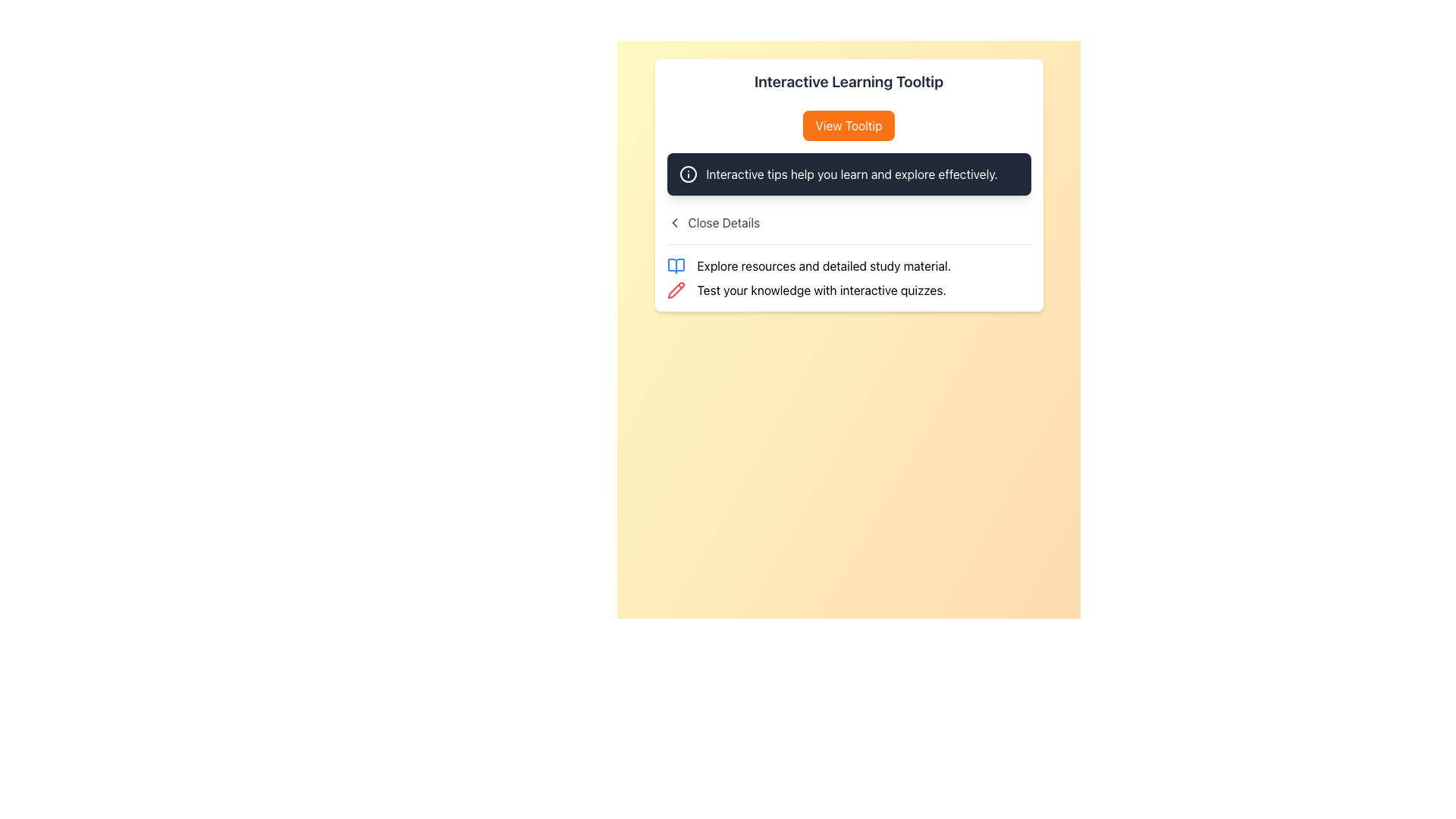 Image resolution: width=1456 pixels, height=819 pixels. I want to click on the pencil icon that symbolizes an editing function, located to the left of the text 'Test your knowledge with interactive quizzes.', so click(675, 290).